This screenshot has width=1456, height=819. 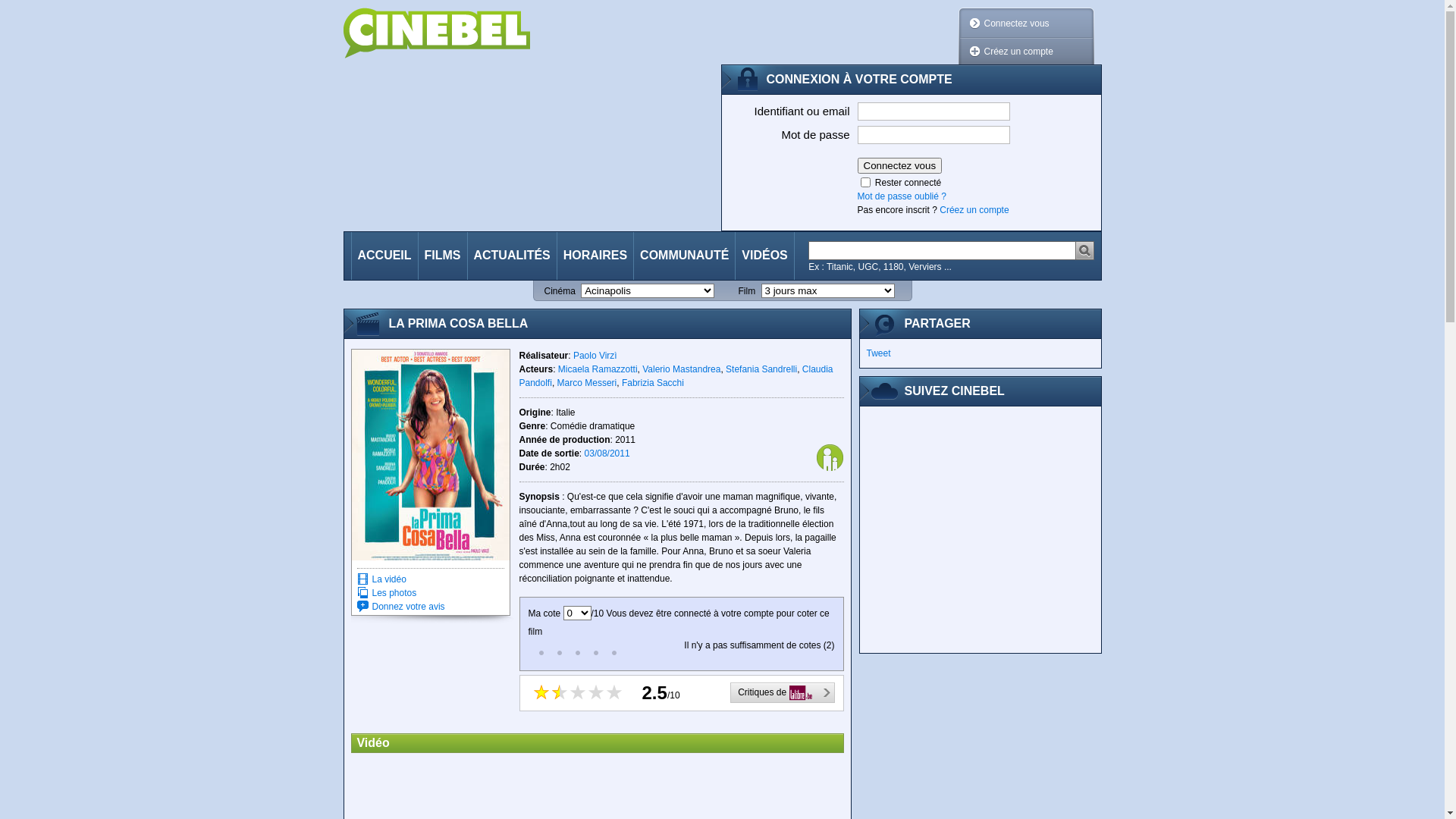 What do you see at coordinates (442, 255) in the screenshot?
I see `'FILMS'` at bounding box center [442, 255].